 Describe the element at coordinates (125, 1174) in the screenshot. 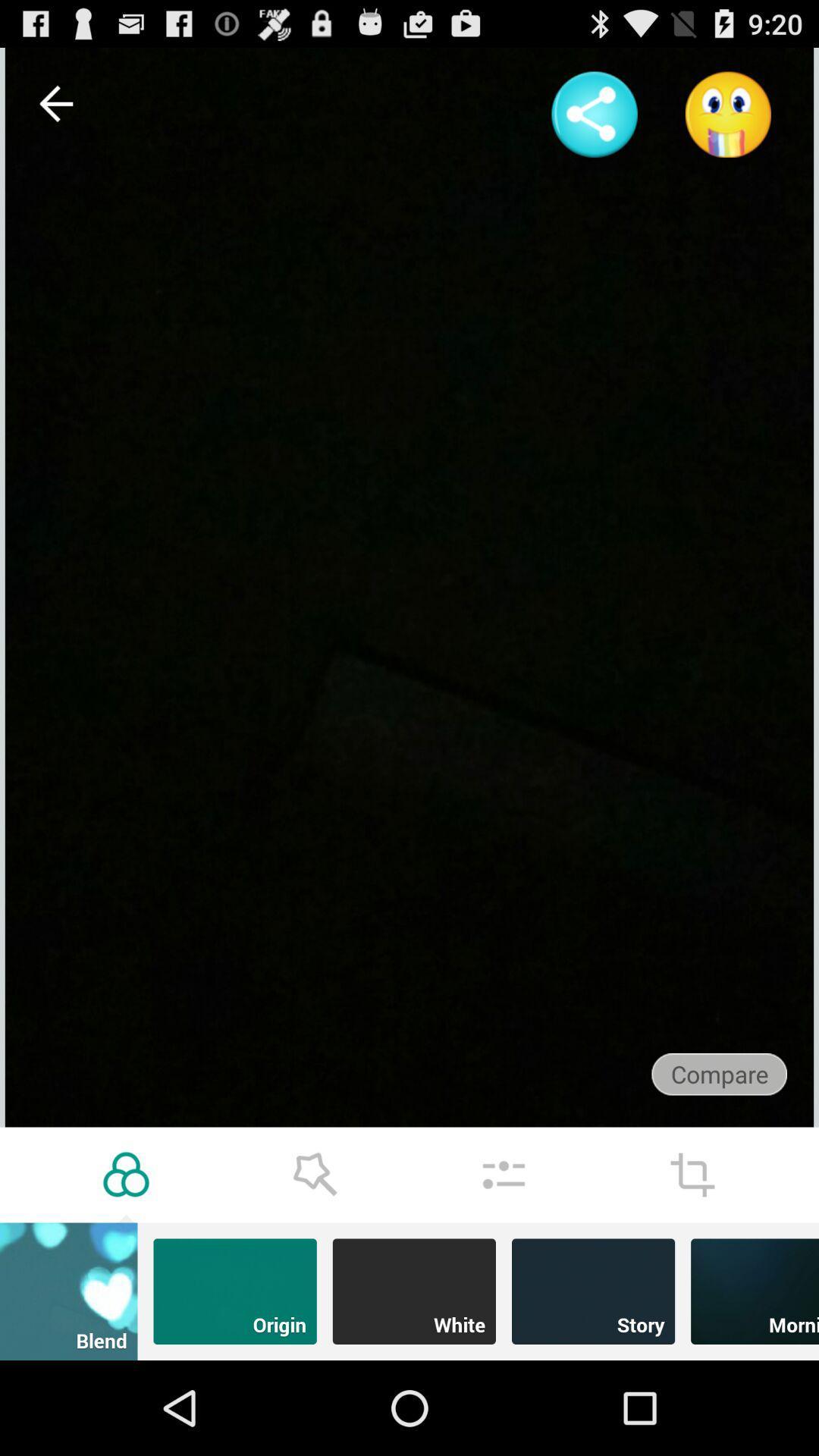

I see `choose filter` at that location.